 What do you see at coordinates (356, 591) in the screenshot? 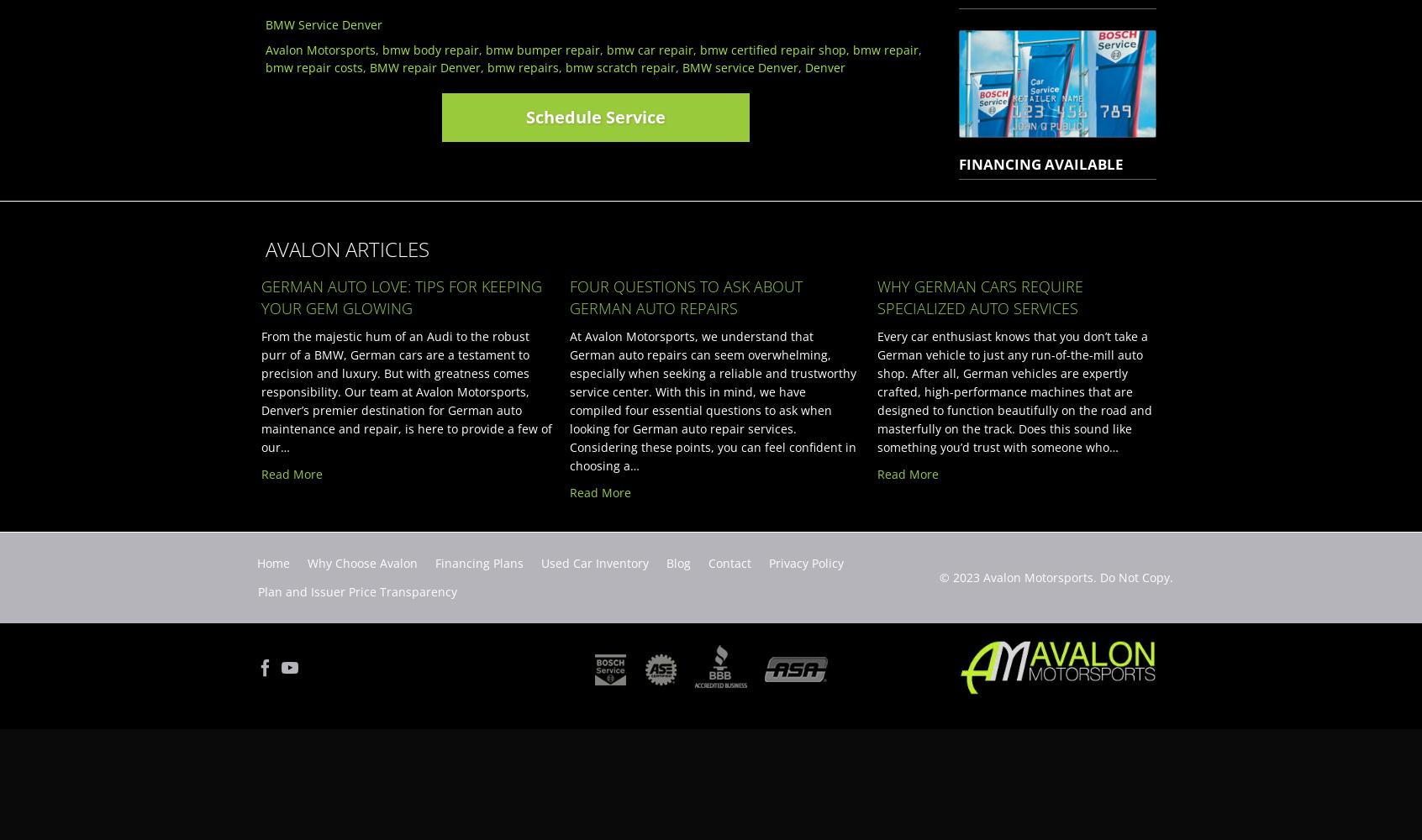
I see `'Plan and Issuer Price Transparency'` at bounding box center [356, 591].